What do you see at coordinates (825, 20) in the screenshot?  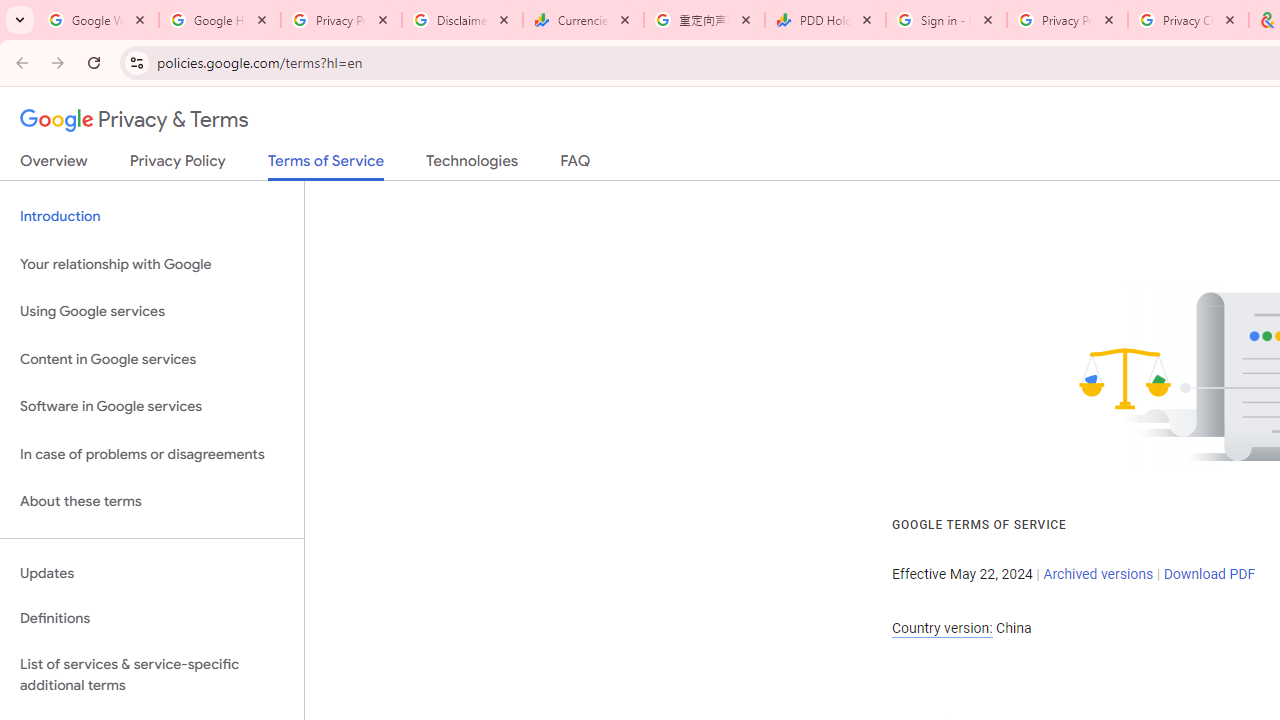 I see `'PDD Holdings Inc - ADR (PDD) Price & News - Google Finance'` at bounding box center [825, 20].